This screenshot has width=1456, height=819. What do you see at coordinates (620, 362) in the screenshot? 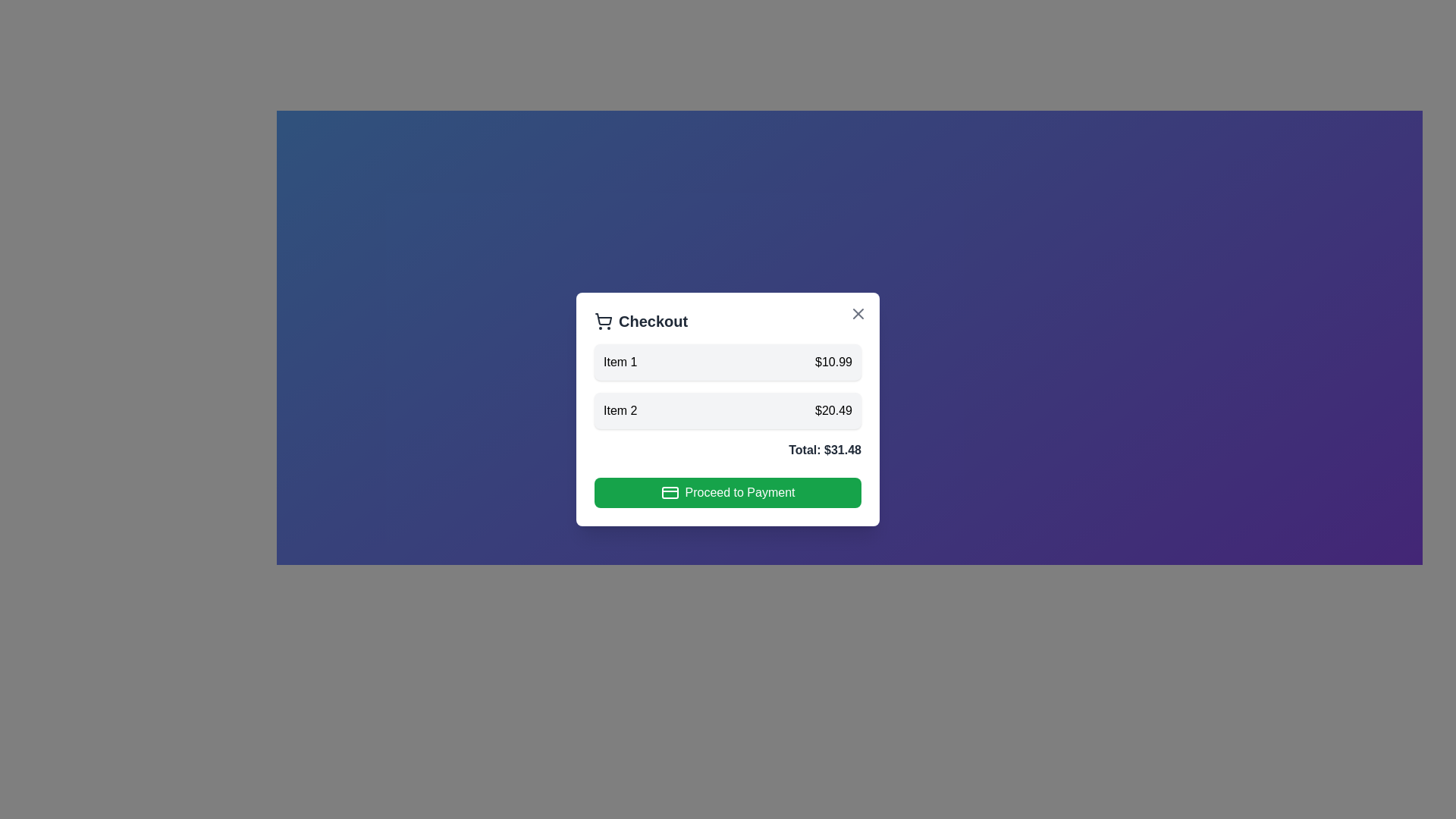
I see `the 'Item 1' text label, which is displayed in black, bold font within a light-gray, rounded rectangle background, located in the top row of the checkout modal` at bounding box center [620, 362].